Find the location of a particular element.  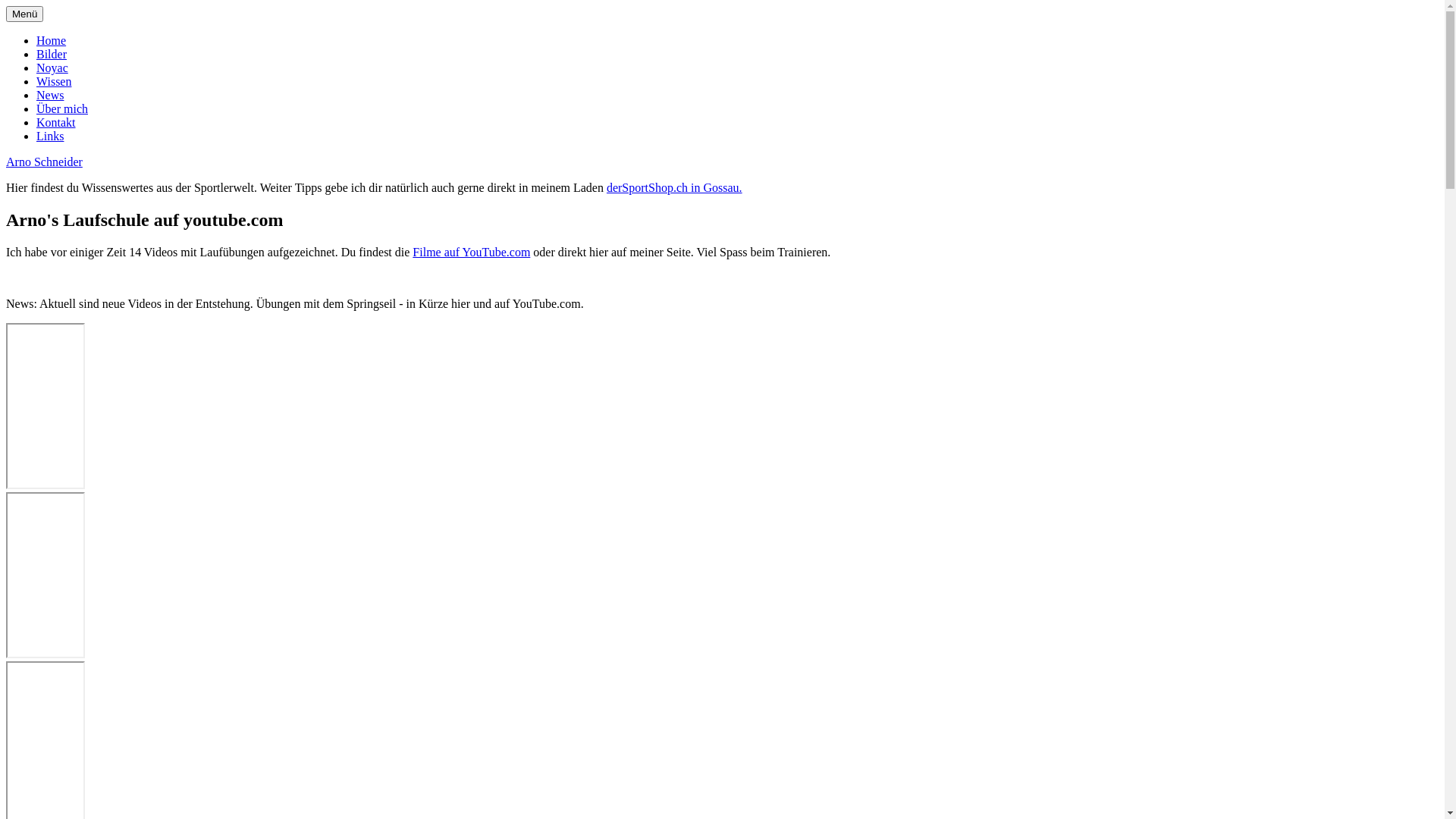

'Kontakt' is located at coordinates (55, 121).